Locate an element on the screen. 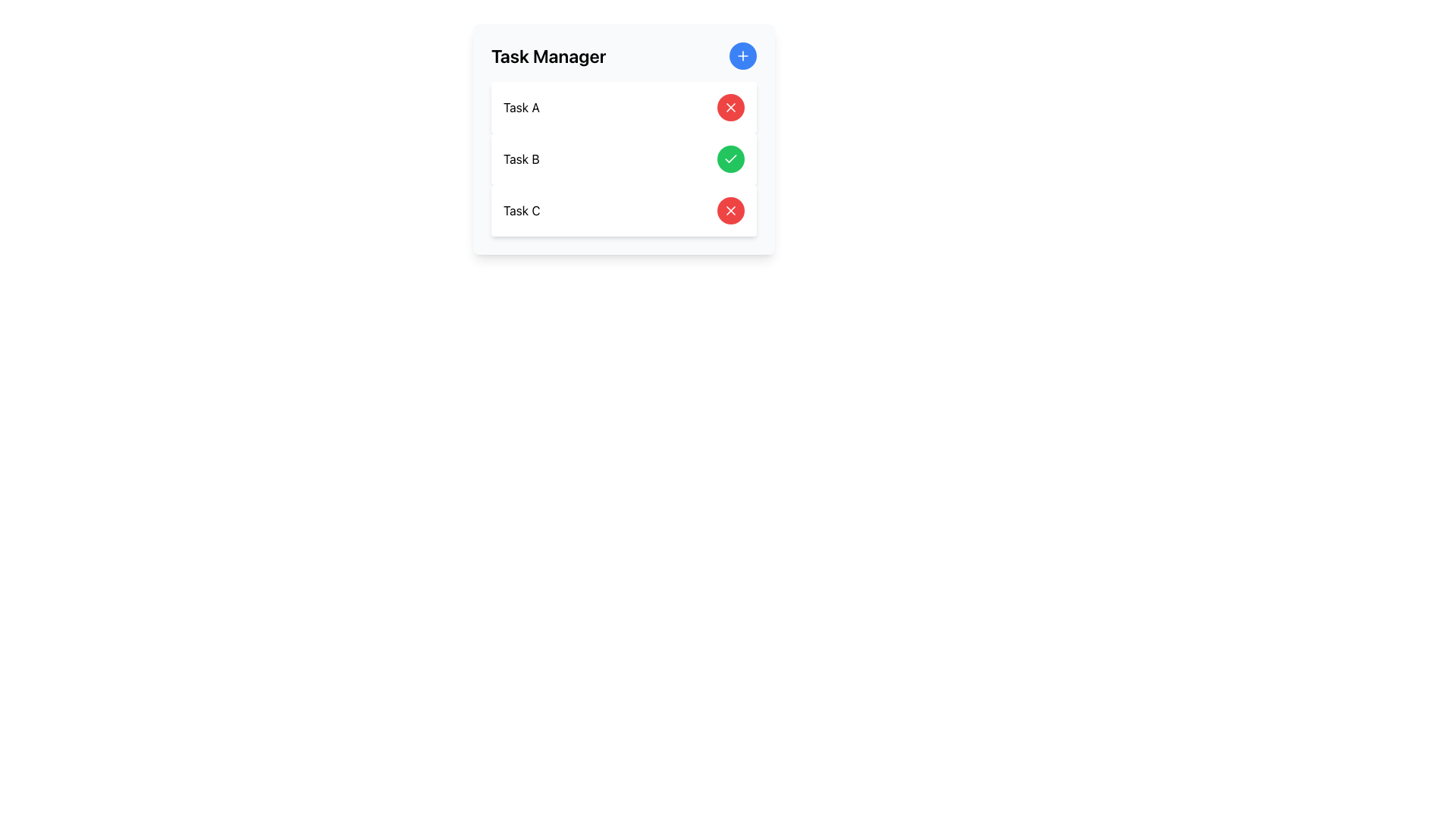 The height and width of the screenshot is (819, 1456). the text label that identifies 'Task C' in the task list, which is located in the third row of a card, below 'Task A' and 'Task B' is located at coordinates (522, 210).